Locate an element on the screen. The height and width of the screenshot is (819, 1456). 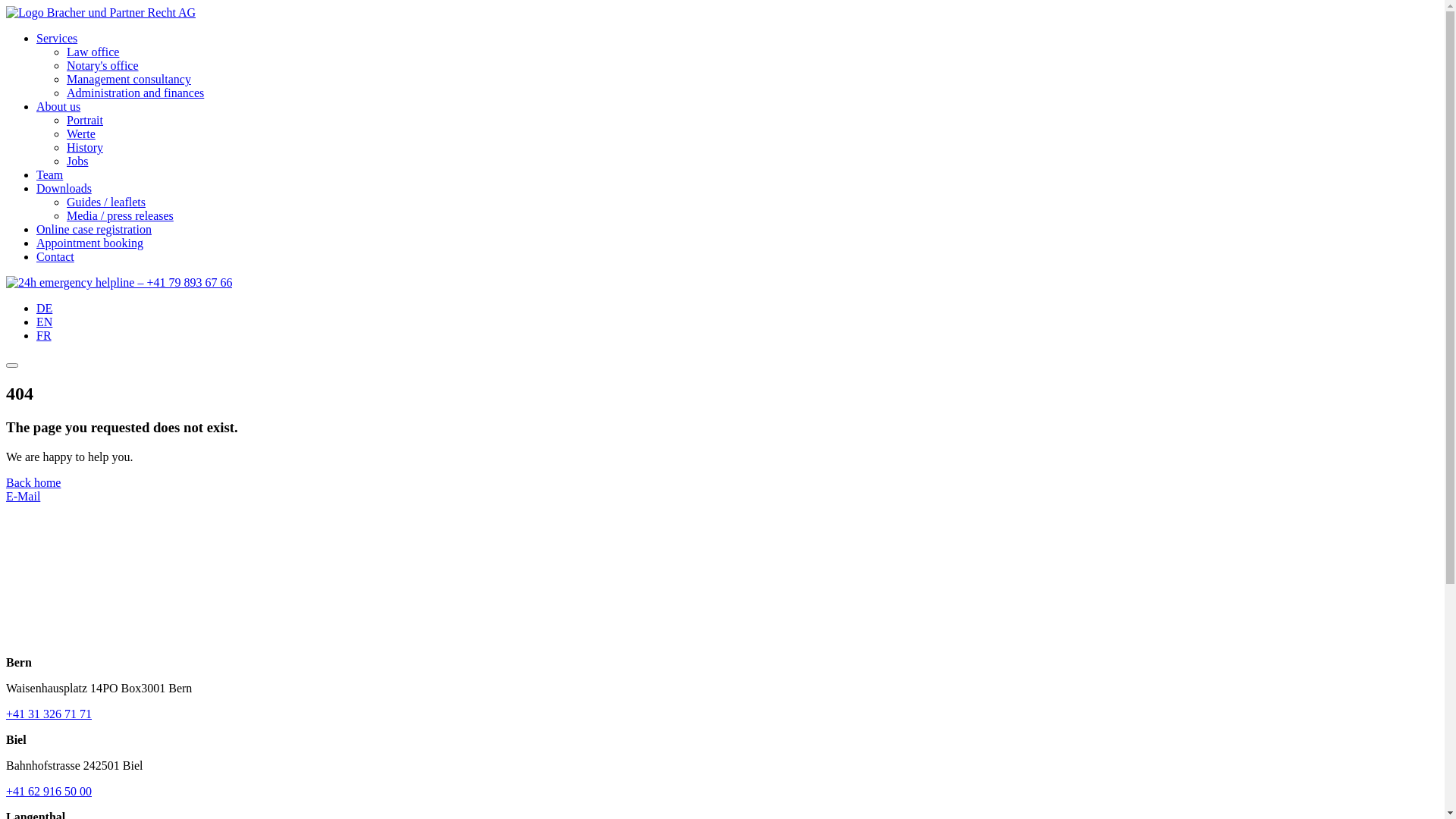
'Back home' is located at coordinates (33, 482).